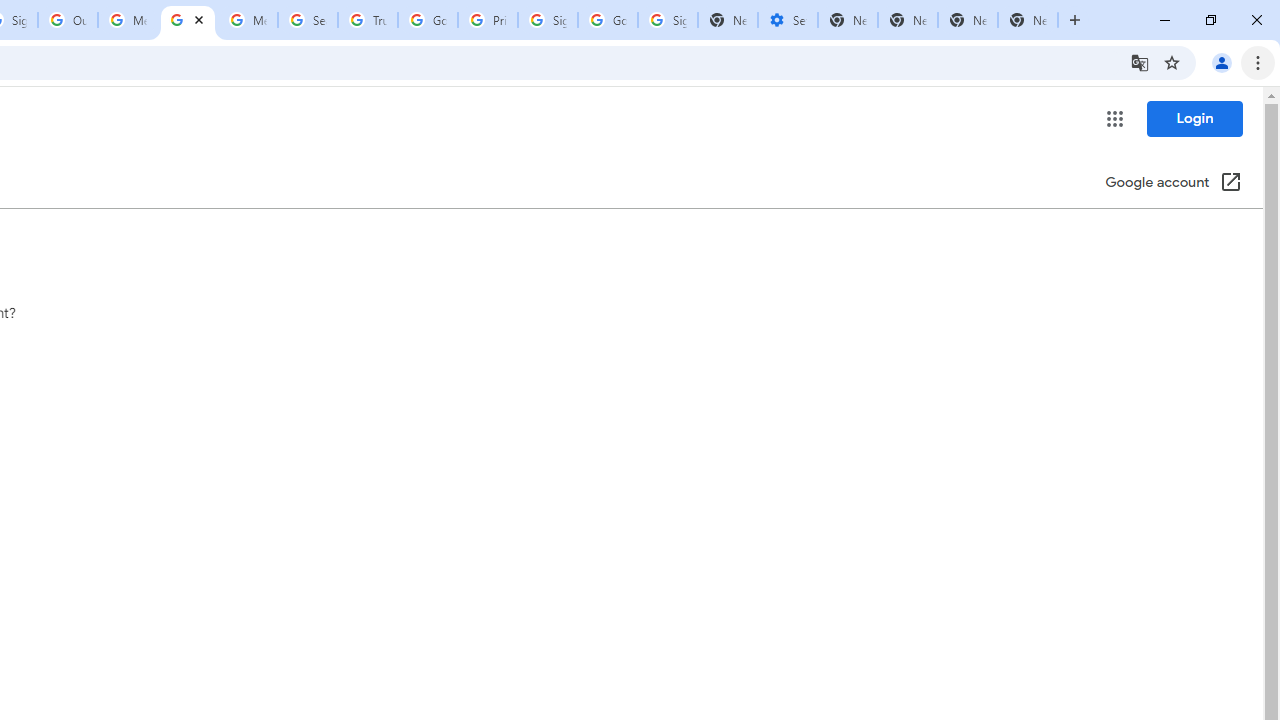 This screenshot has height=720, width=1280. What do you see at coordinates (1194, 118) in the screenshot?
I see `'Login'` at bounding box center [1194, 118].